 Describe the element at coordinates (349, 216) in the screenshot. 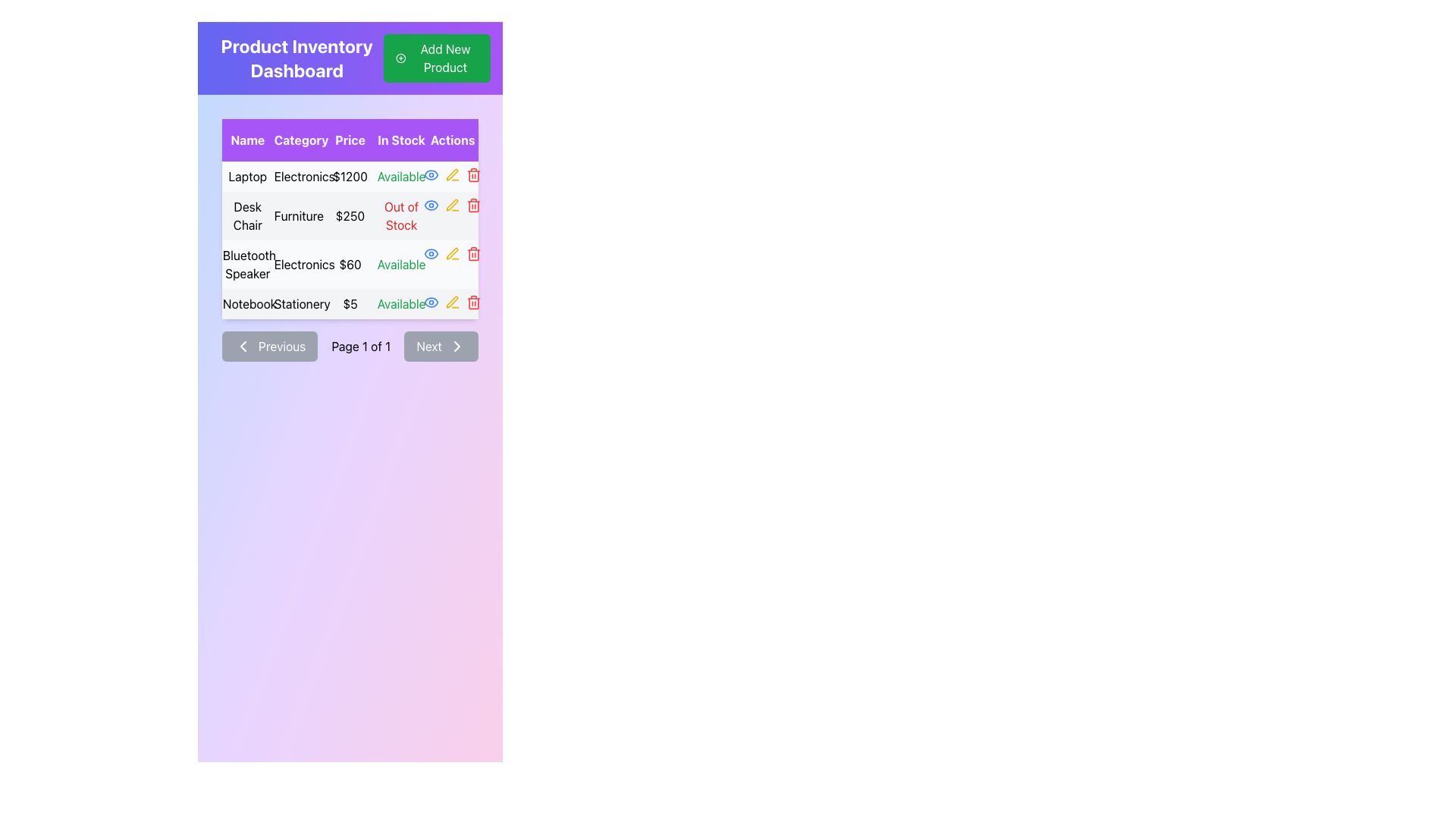

I see `the second row of the product table that displays 'Desk Chair', 'Furniture', '$250', and 'Out of Stock' in red color, located beneath the headers 'Name', 'Category', 'Price', and 'In Stock'` at that location.